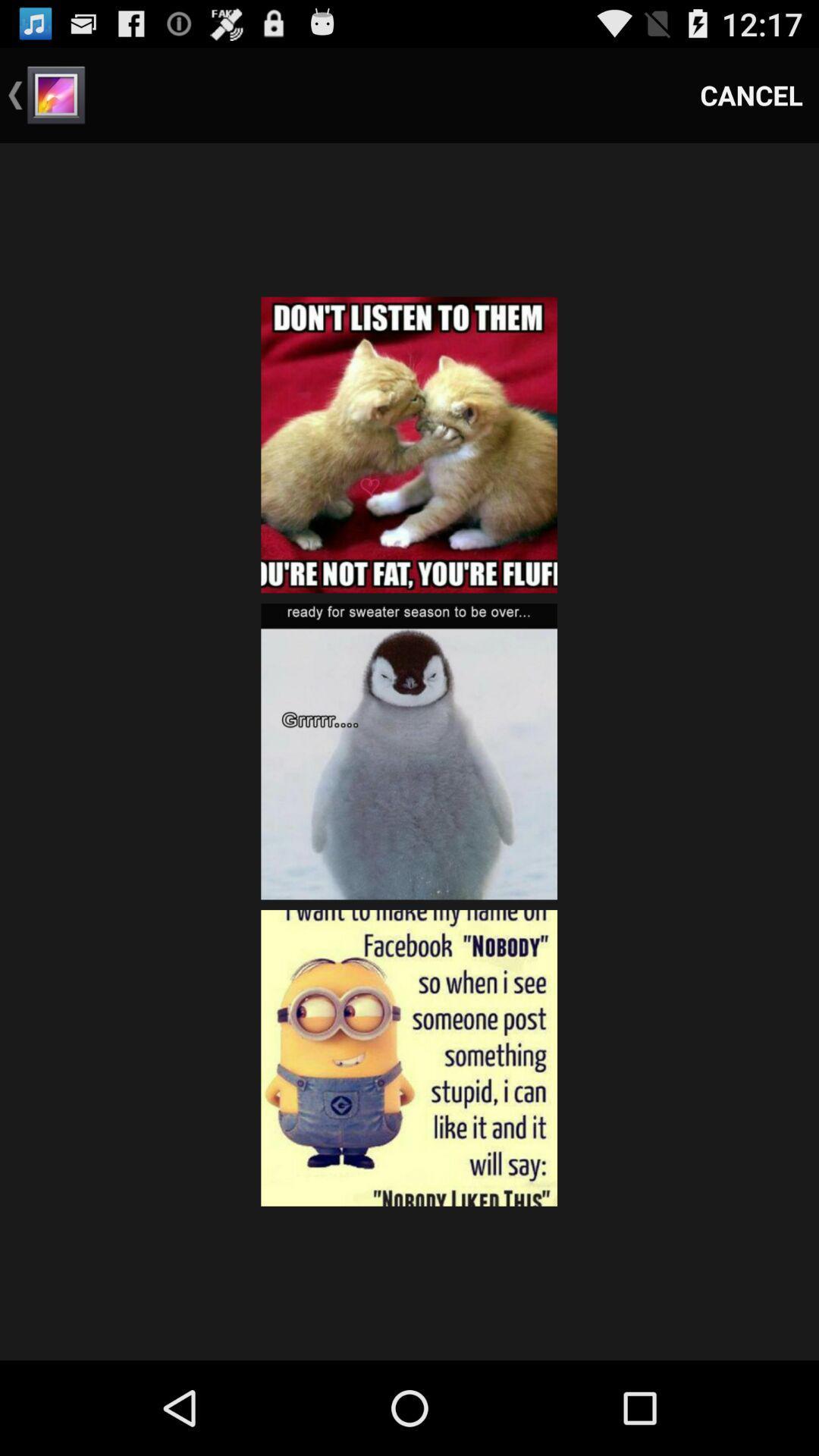 This screenshot has width=819, height=1456. What do you see at coordinates (752, 94) in the screenshot?
I see `the cancel at the top right corner` at bounding box center [752, 94].